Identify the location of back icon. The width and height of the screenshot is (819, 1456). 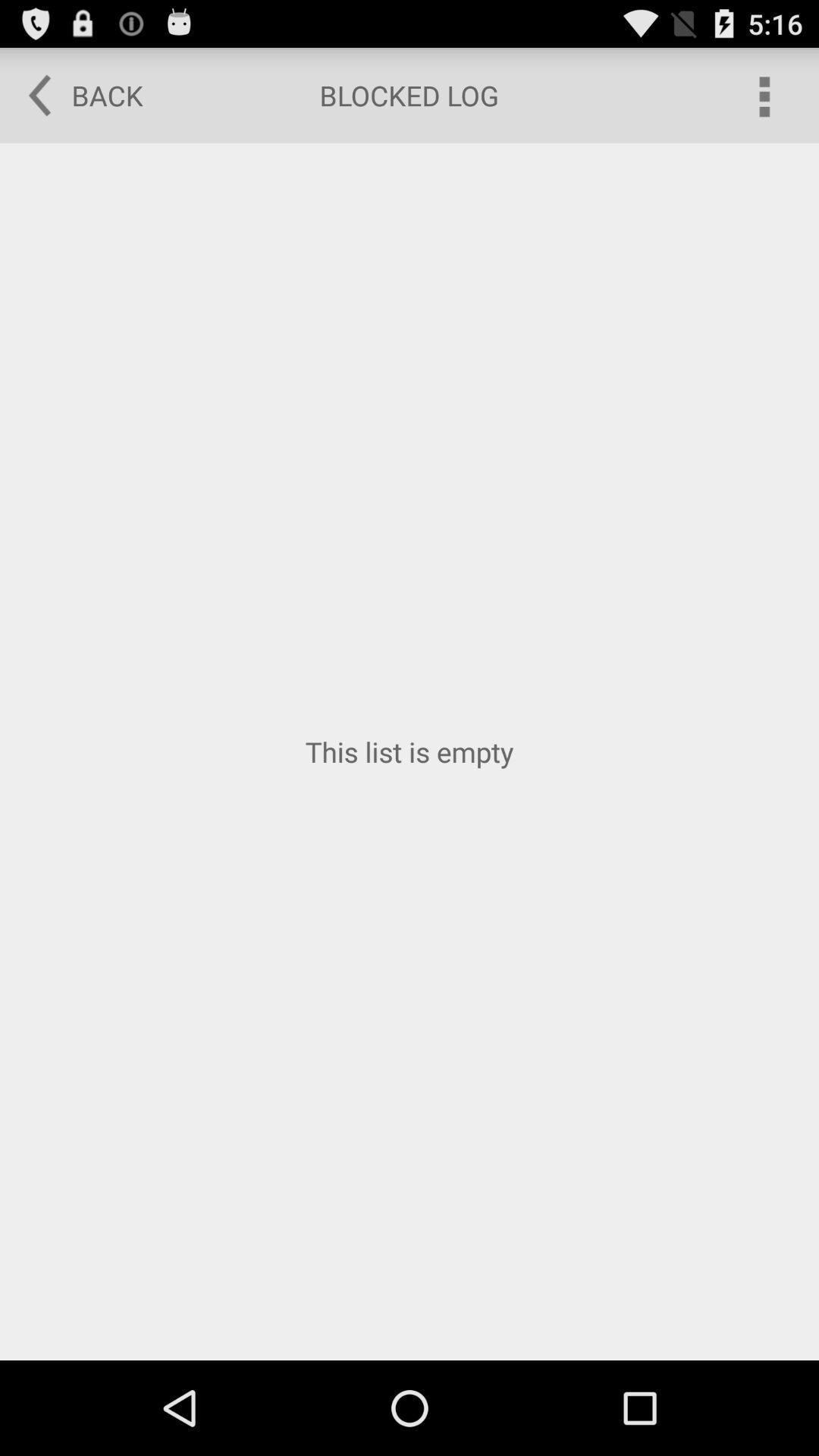
(75, 94).